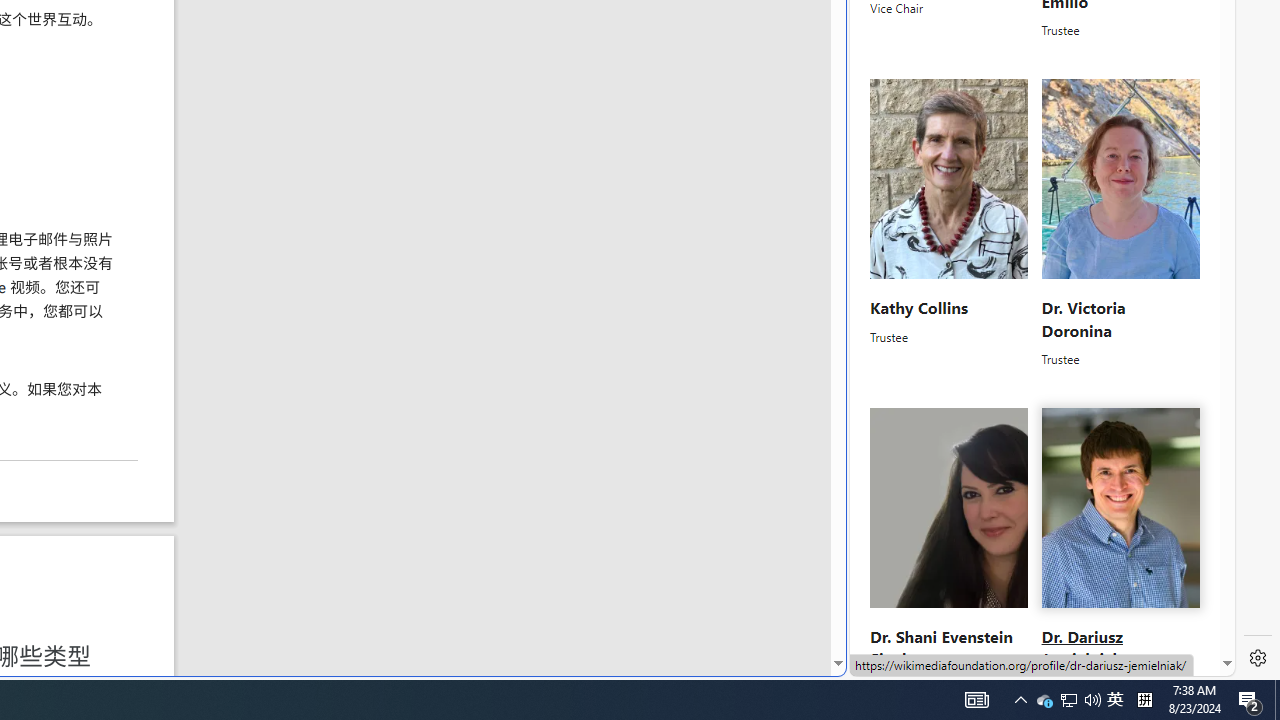  Describe the element at coordinates (1120, 552) in the screenshot. I see `'Dr. Dariusz JemielniakTrustee'` at that location.